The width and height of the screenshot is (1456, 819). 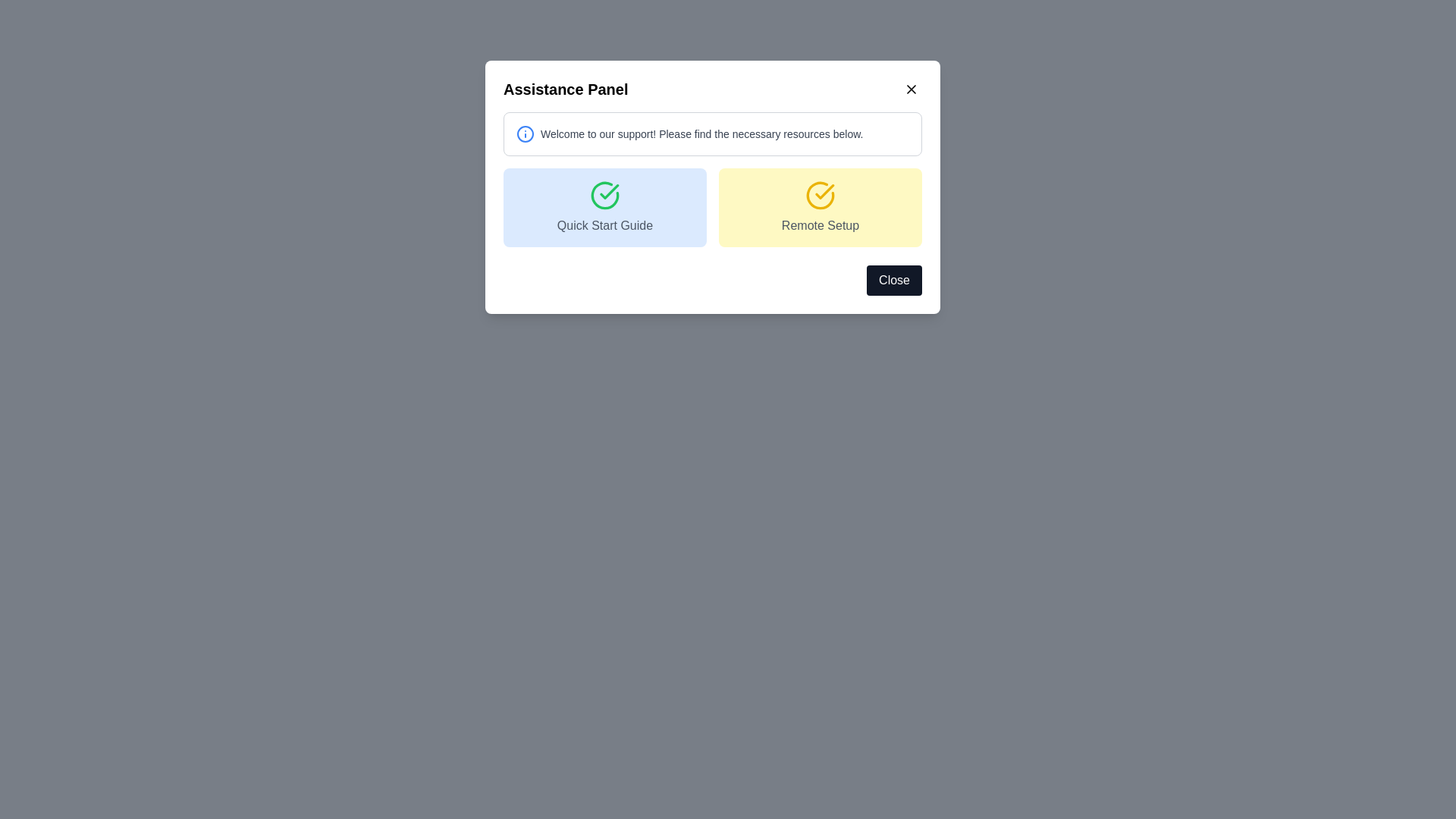 What do you see at coordinates (604, 195) in the screenshot?
I see `the circular icon containing a checkmark that represents a completed or confirmed status, located in the upper part of the light blue section labeled 'Quick Start Guide'` at bounding box center [604, 195].